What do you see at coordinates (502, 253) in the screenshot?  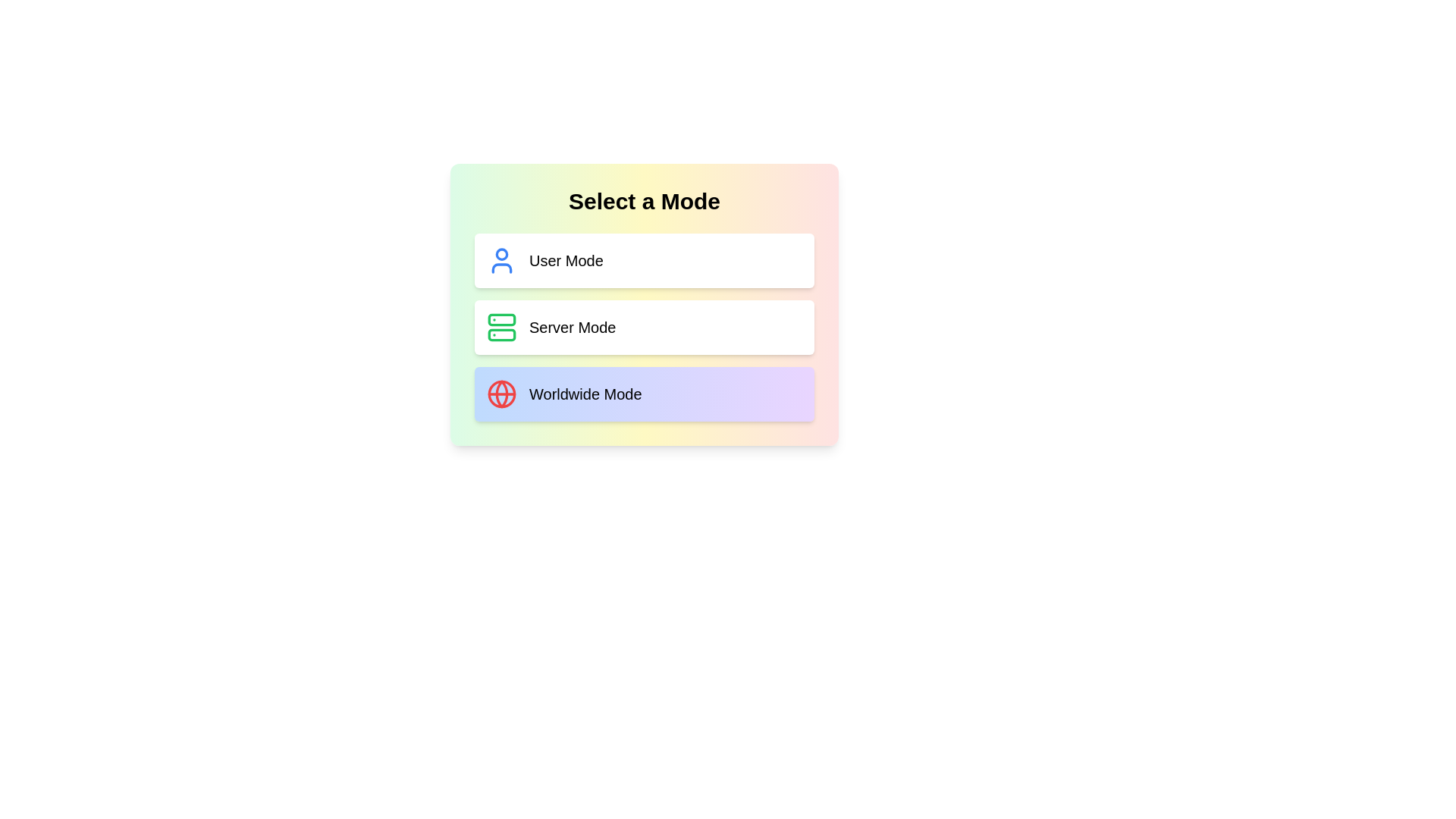 I see `the SVG Circle element that visually represents the 'User Mode' option, which is centrally located within the icon` at bounding box center [502, 253].